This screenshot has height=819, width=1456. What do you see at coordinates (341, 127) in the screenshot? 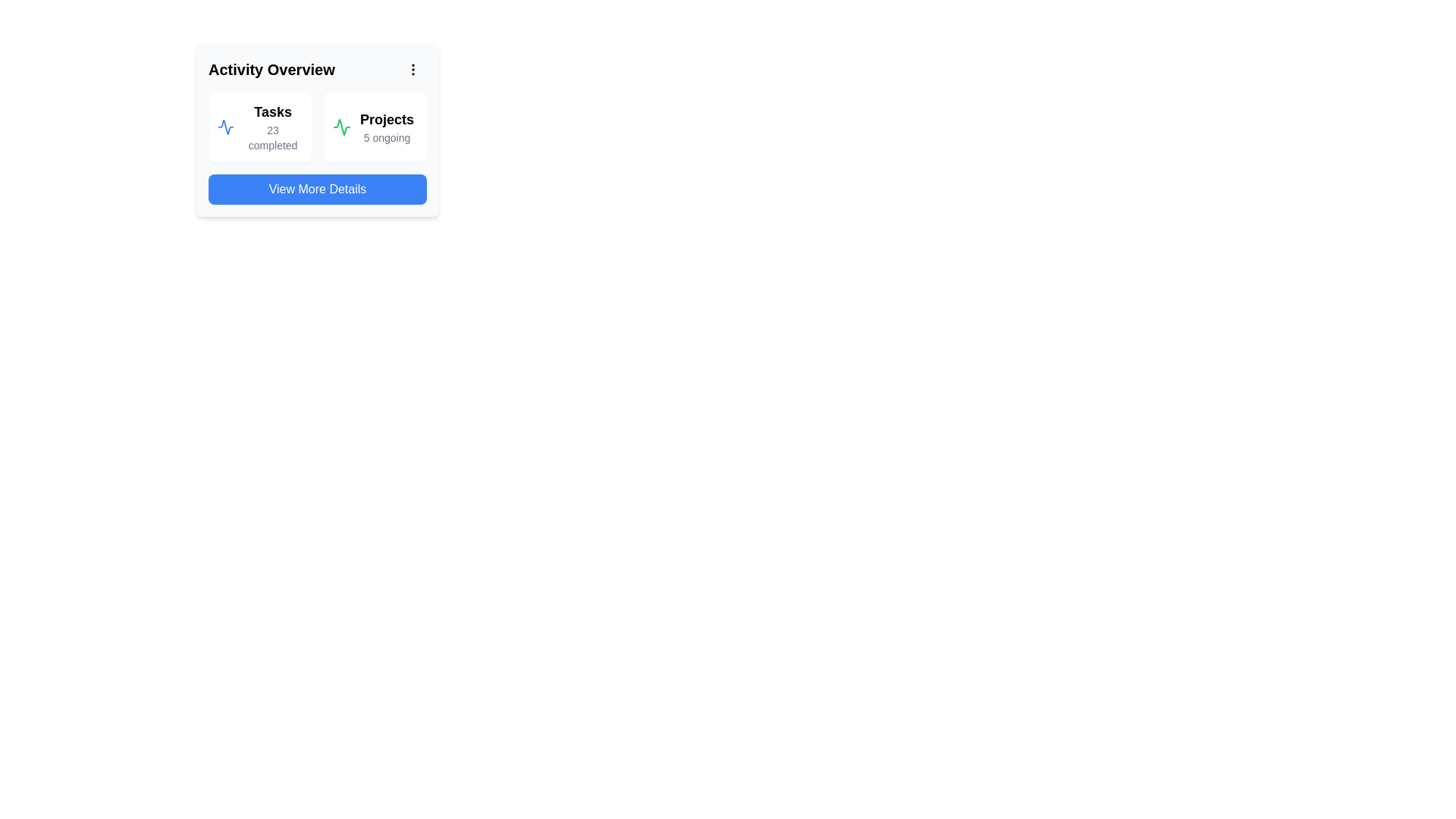
I see `the SVG icon representing activity status located in the top-left corner of the 'Projects' card in the 'Activity Overview' section` at bounding box center [341, 127].